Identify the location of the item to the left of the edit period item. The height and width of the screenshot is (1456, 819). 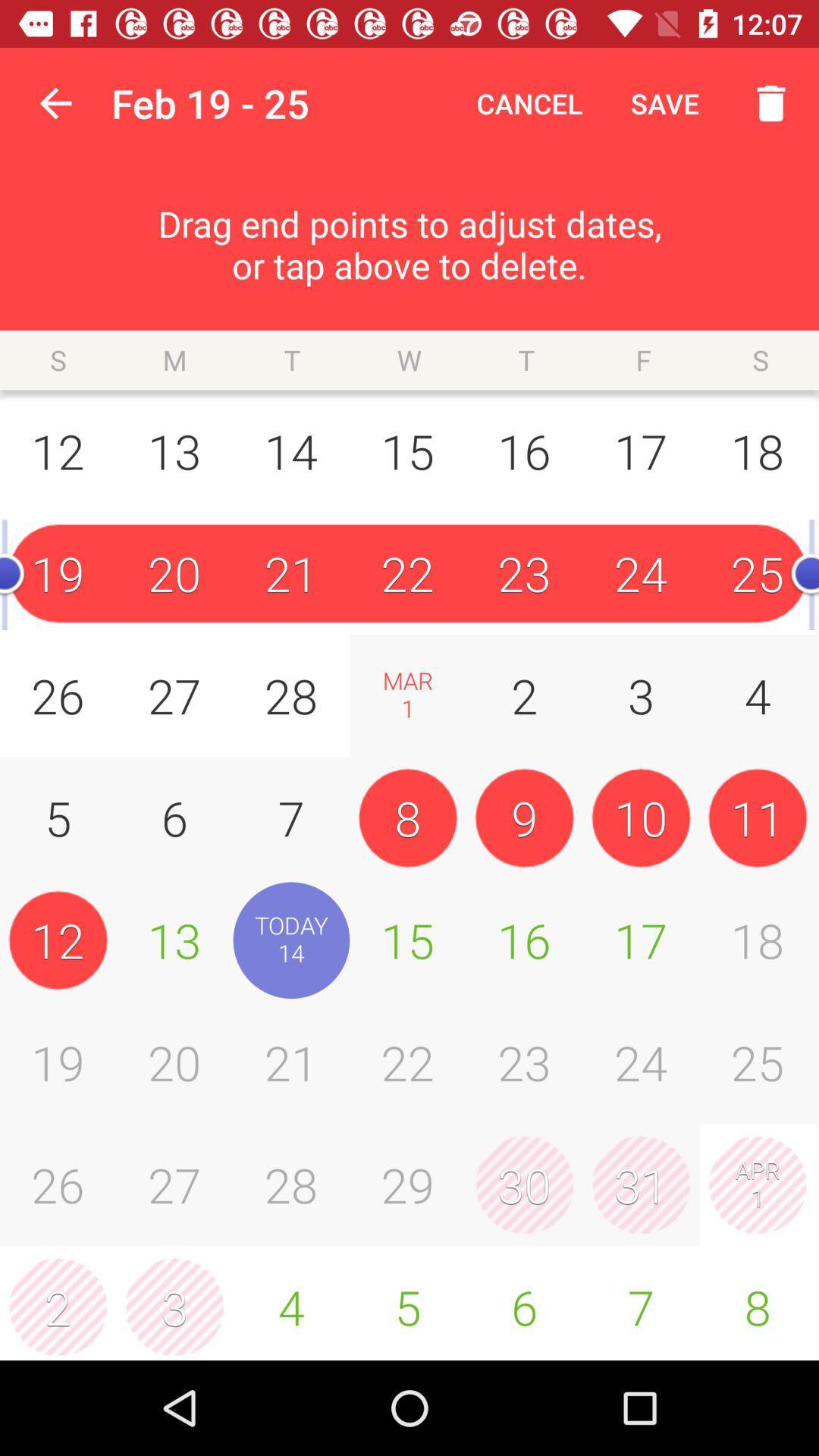
(55, 102).